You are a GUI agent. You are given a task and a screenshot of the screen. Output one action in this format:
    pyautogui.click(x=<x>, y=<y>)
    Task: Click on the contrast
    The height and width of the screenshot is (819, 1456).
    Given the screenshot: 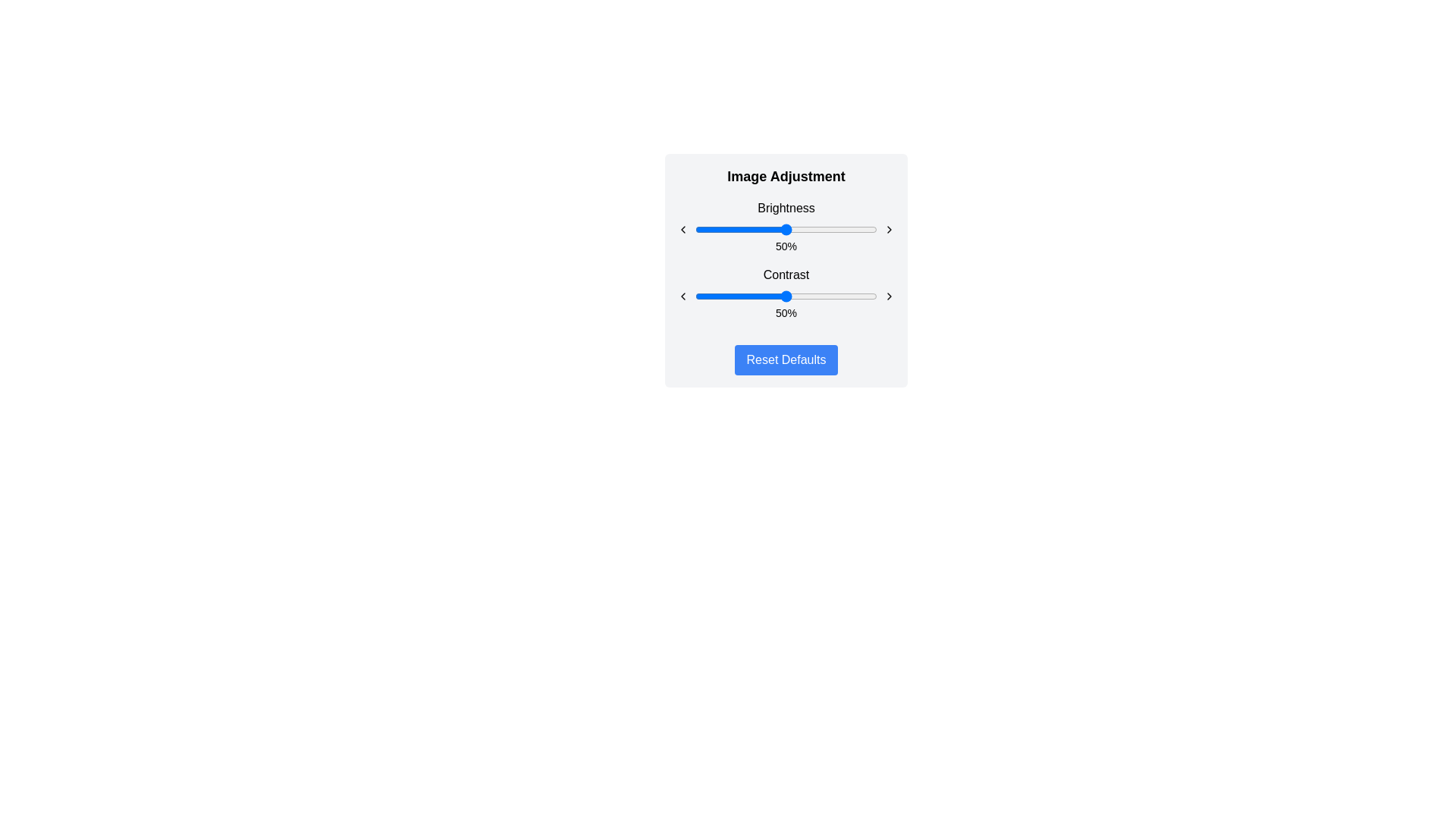 What is the action you would take?
    pyautogui.click(x=866, y=296)
    